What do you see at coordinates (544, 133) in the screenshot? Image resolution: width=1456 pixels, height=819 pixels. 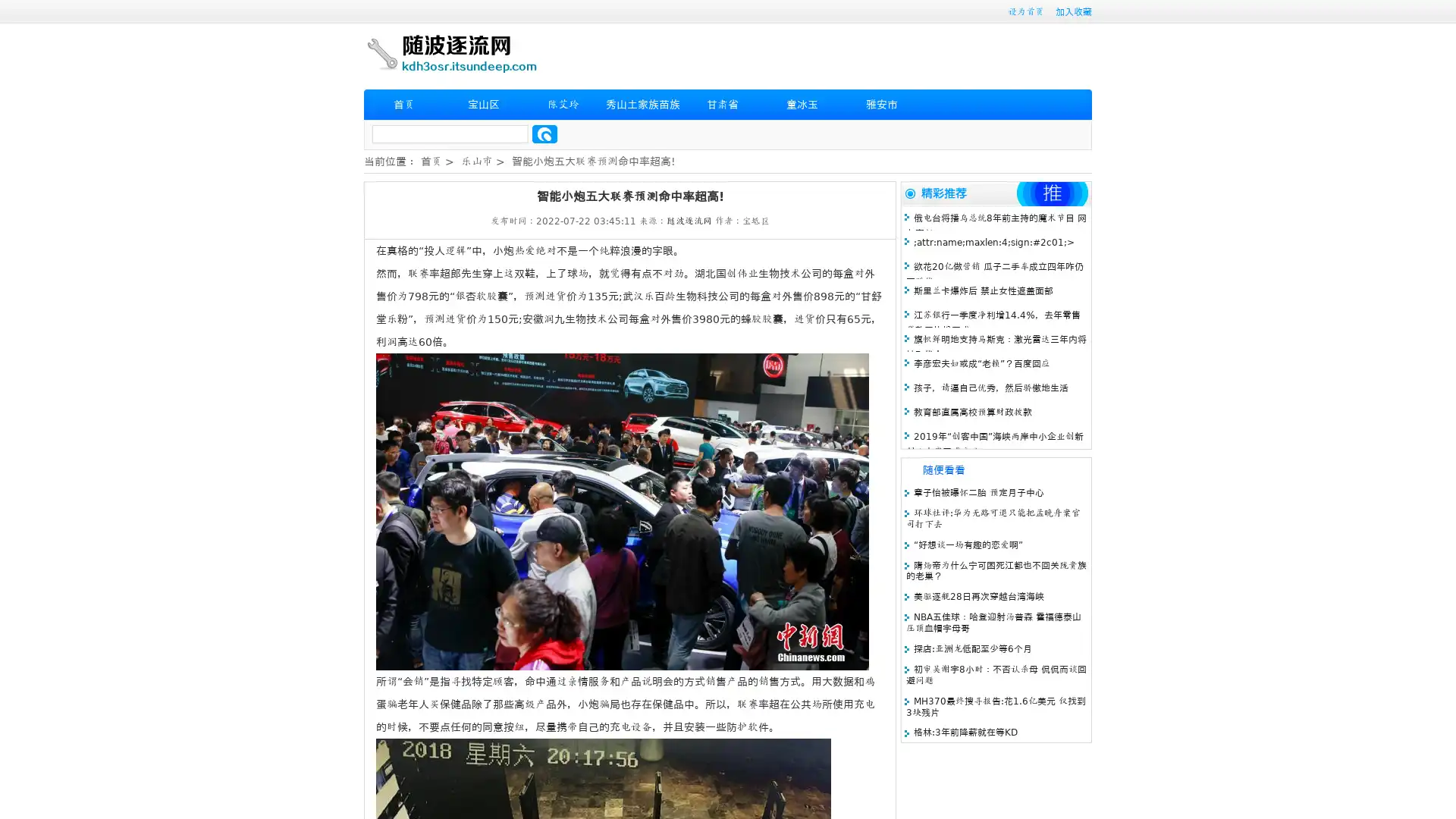 I see `Search` at bounding box center [544, 133].